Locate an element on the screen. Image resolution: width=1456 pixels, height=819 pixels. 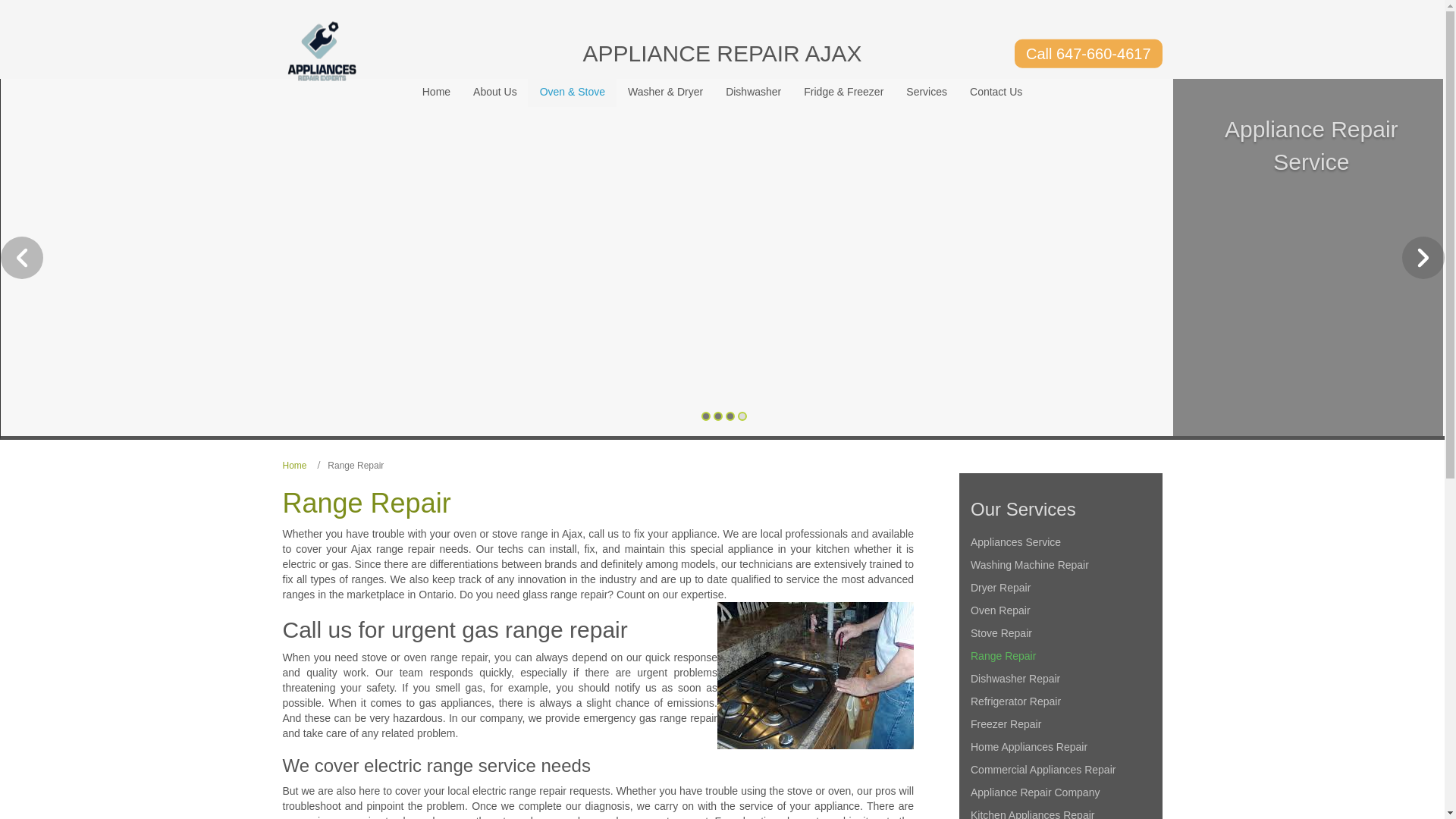
'Dishwasher' is located at coordinates (753, 91).